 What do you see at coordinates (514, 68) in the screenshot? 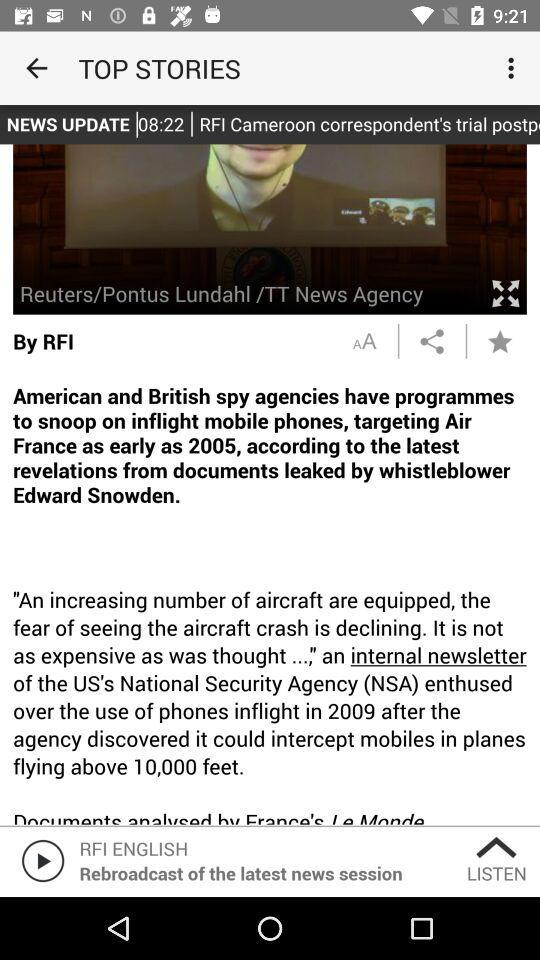
I see `icon at the top right corner` at bounding box center [514, 68].